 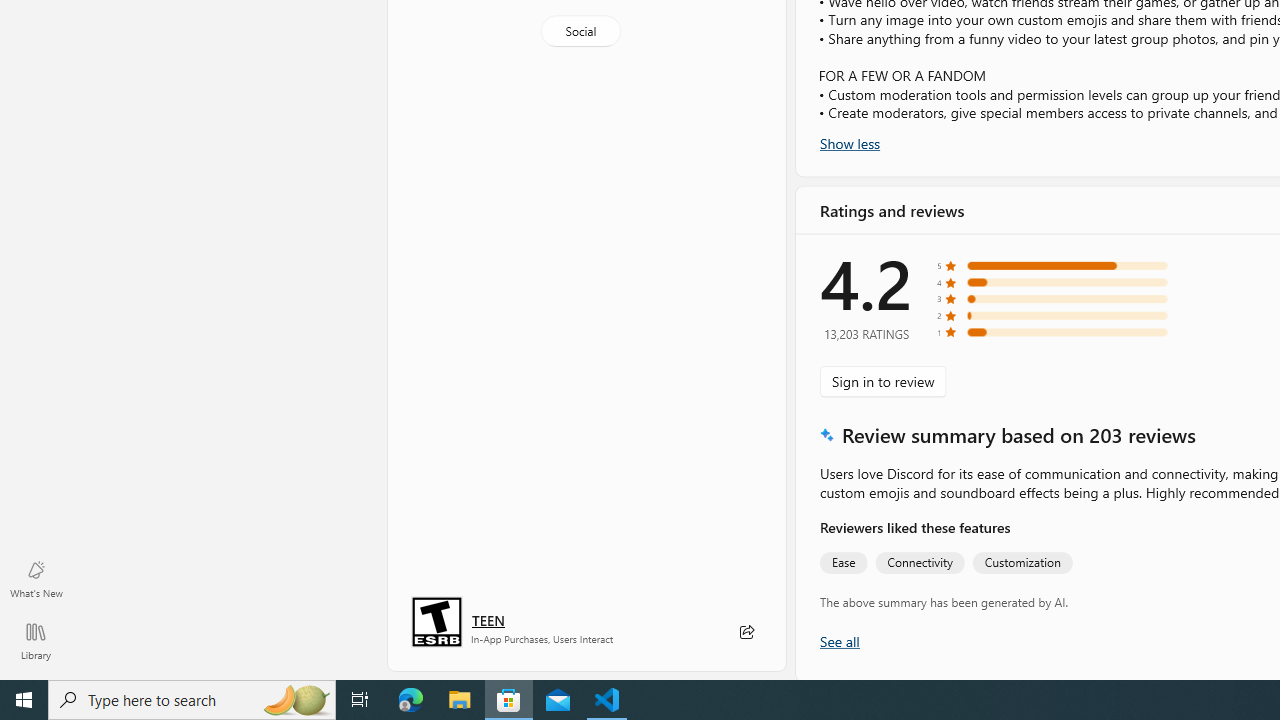 I want to click on 'Show all ratings and reviews', so click(x=839, y=640).